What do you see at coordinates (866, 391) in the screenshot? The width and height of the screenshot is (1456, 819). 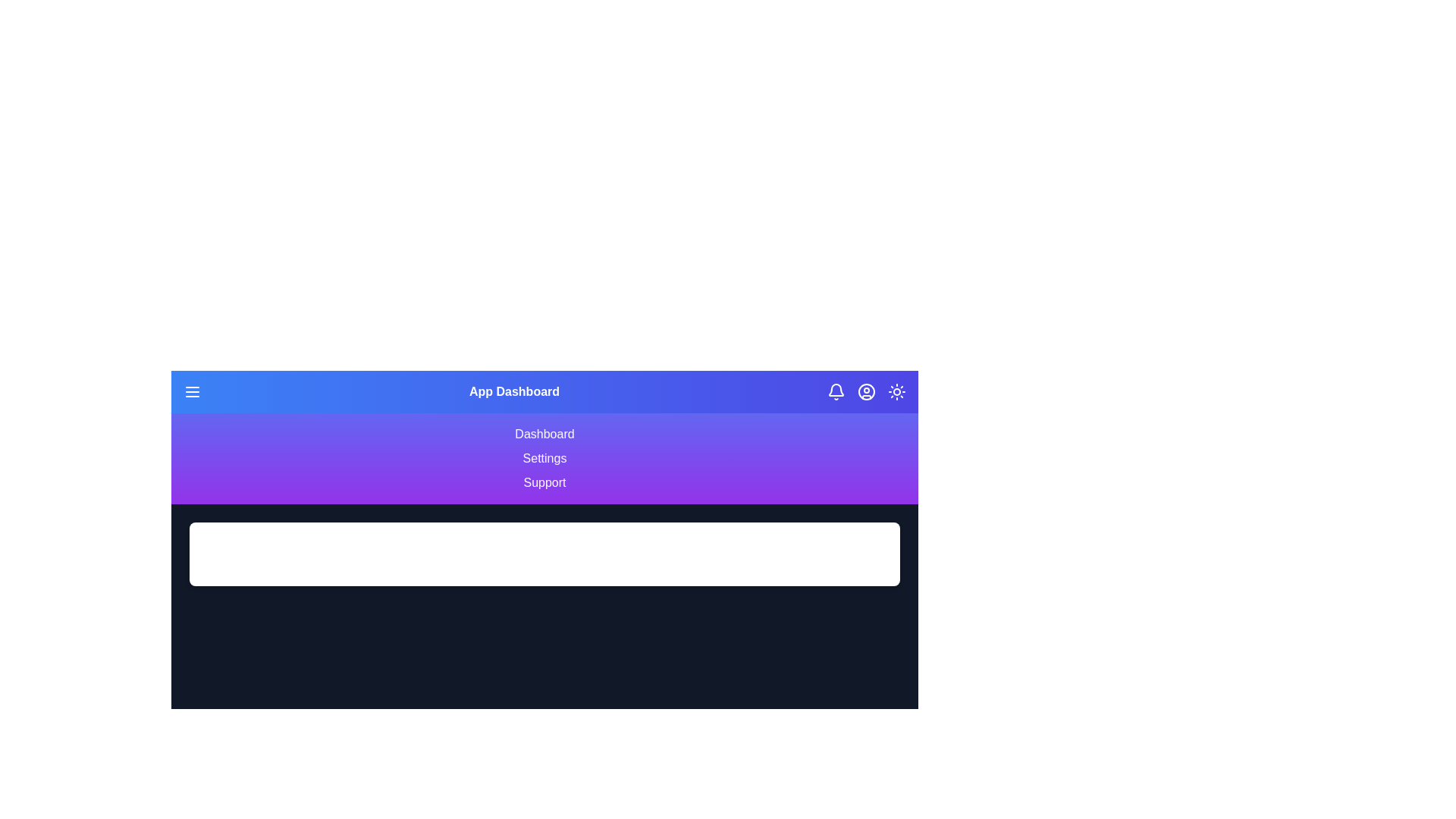 I see `the user icon in the app bar` at bounding box center [866, 391].